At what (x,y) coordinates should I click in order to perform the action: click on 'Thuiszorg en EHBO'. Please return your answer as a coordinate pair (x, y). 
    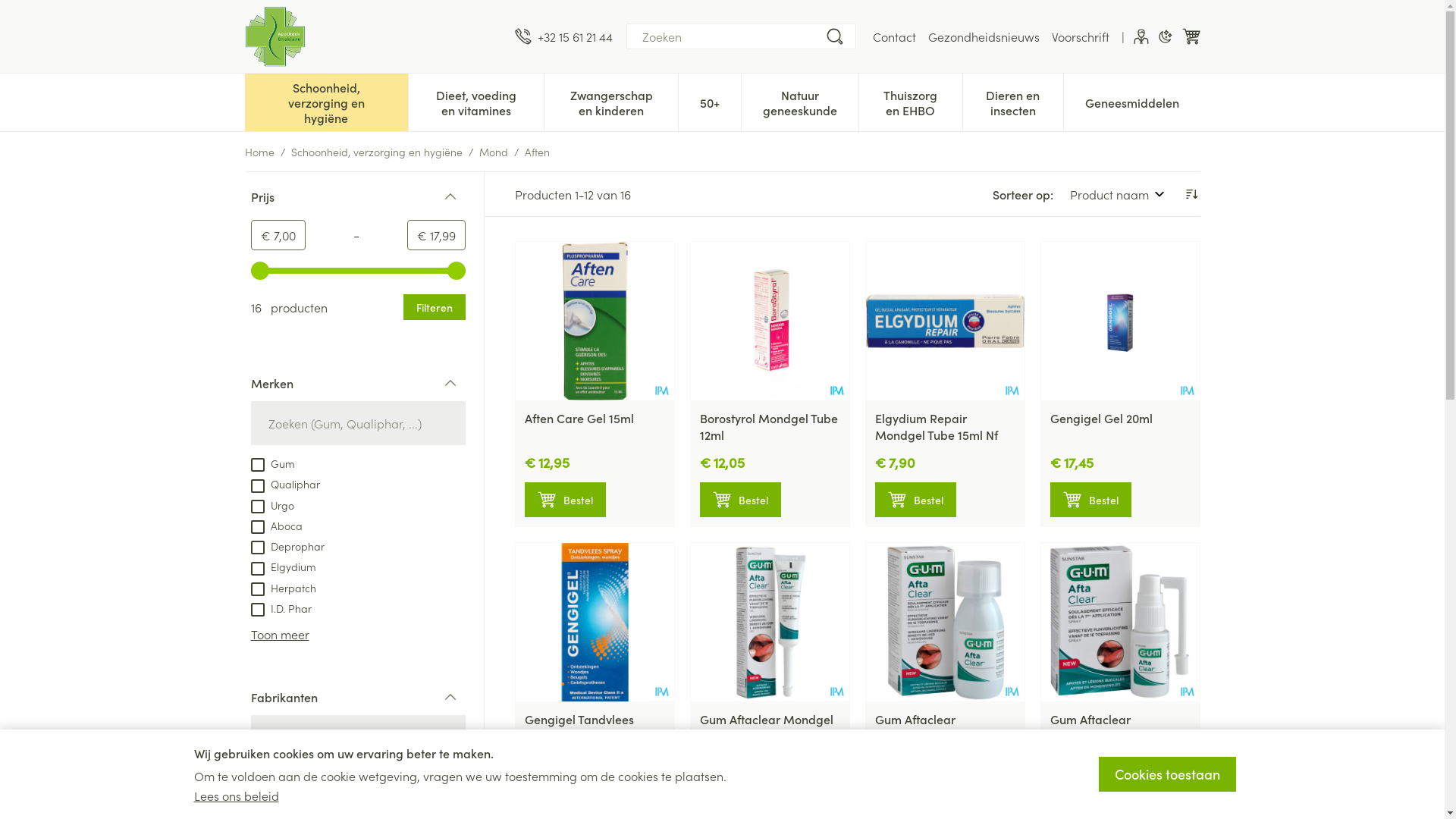
    Looking at the image, I should click on (910, 100).